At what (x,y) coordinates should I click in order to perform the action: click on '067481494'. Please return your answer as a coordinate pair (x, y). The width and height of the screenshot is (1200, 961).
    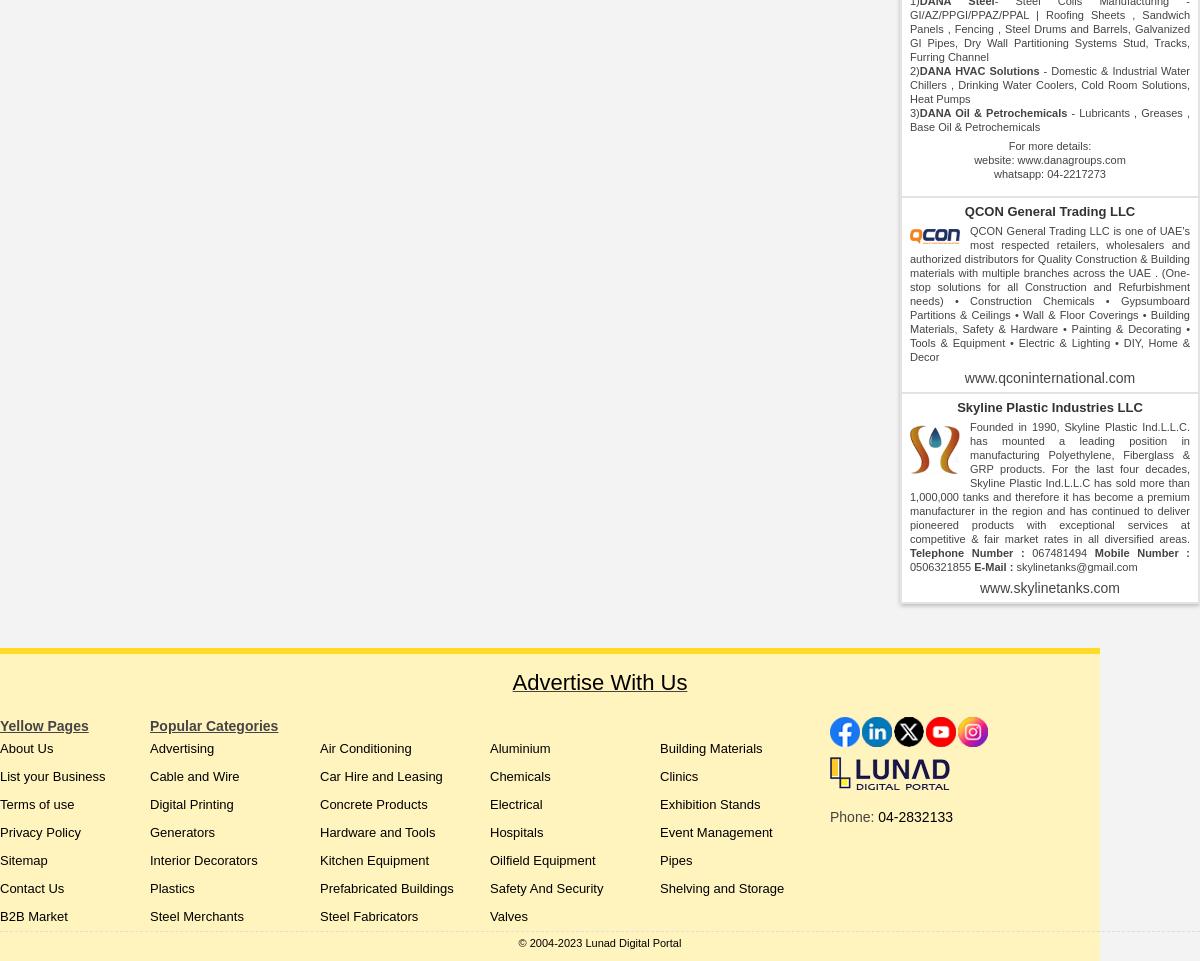
    Looking at the image, I should click on (1061, 551).